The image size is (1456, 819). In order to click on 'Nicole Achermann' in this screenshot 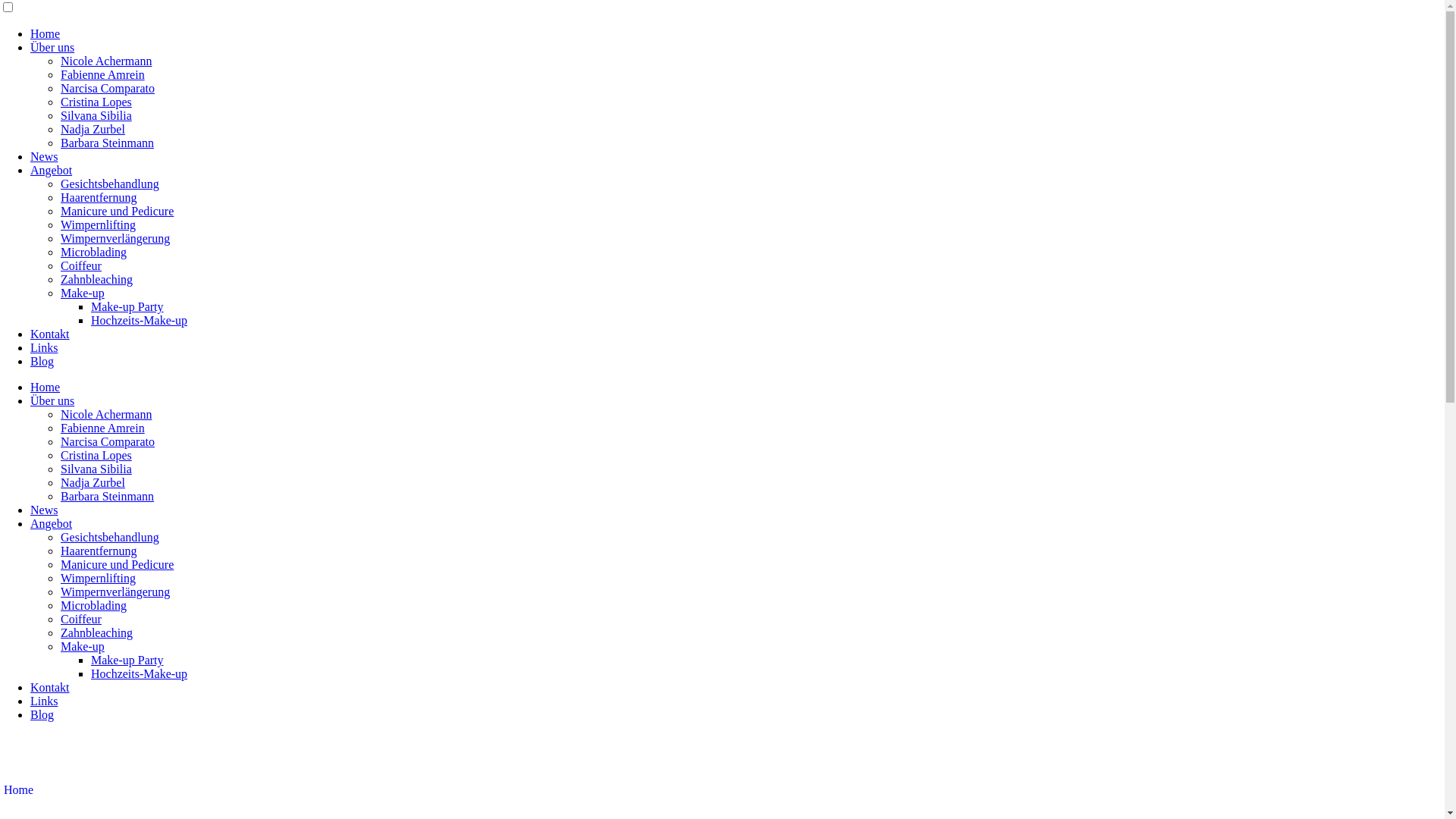, I will do `click(105, 414)`.